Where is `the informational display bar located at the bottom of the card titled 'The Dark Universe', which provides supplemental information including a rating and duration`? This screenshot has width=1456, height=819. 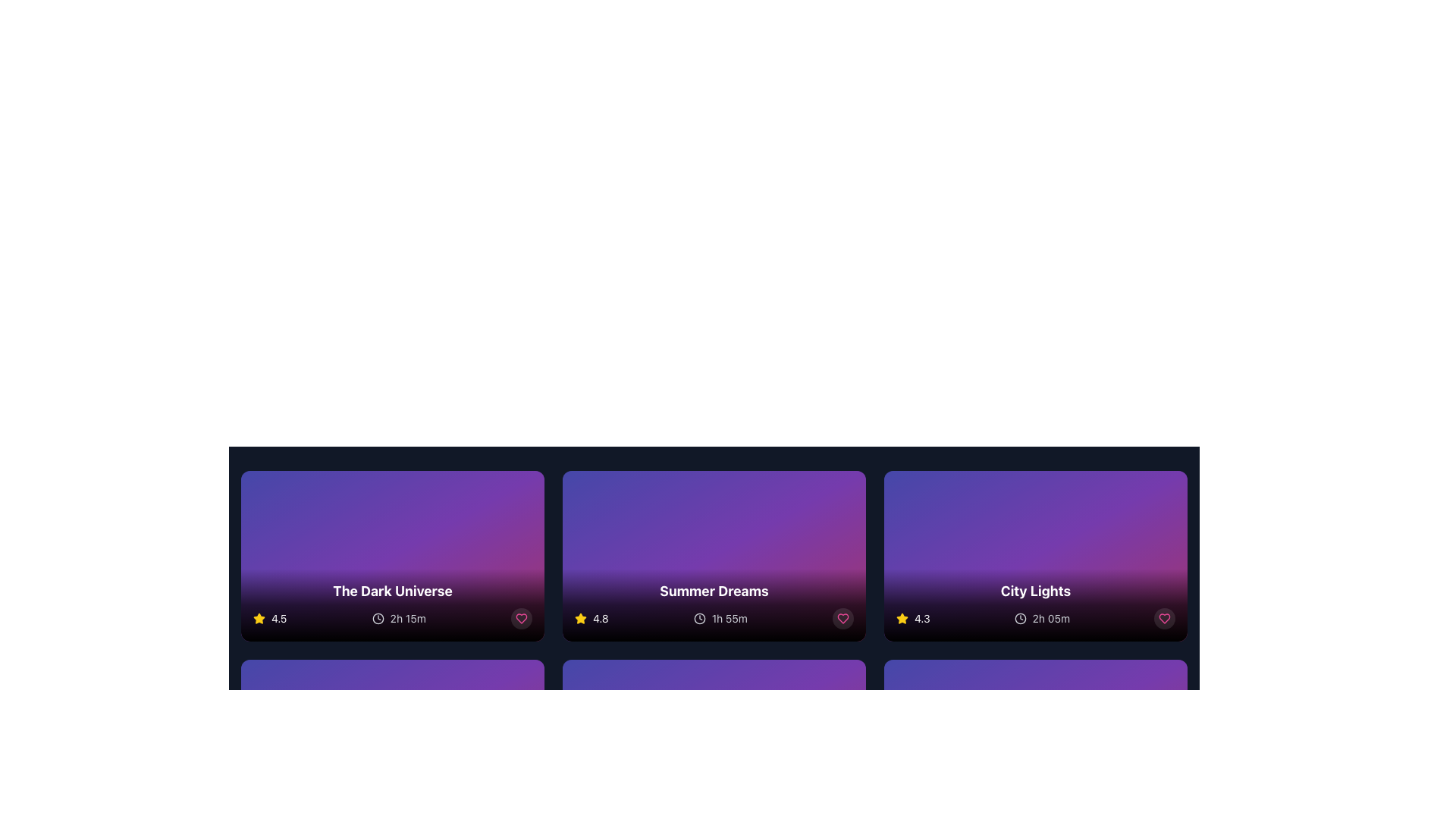 the informational display bar located at the bottom of the card titled 'The Dark Universe', which provides supplemental information including a rating and duration is located at coordinates (393, 619).